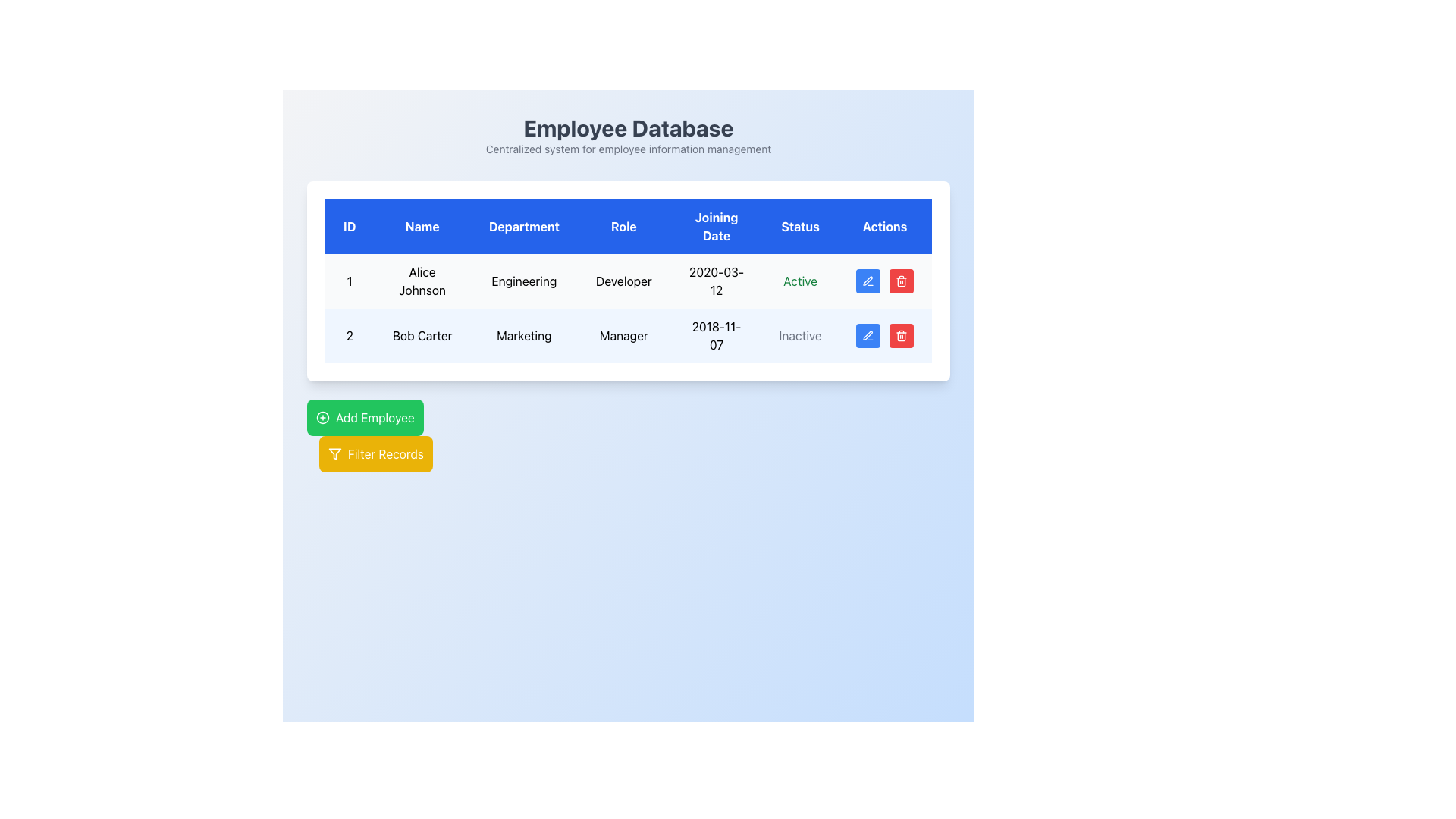 The image size is (1456, 819). I want to click on the Table Header Cell labeled 'Name', which is the second item in the header row of the table, following 'ID' and preceding 'Department', so click(422, 227).